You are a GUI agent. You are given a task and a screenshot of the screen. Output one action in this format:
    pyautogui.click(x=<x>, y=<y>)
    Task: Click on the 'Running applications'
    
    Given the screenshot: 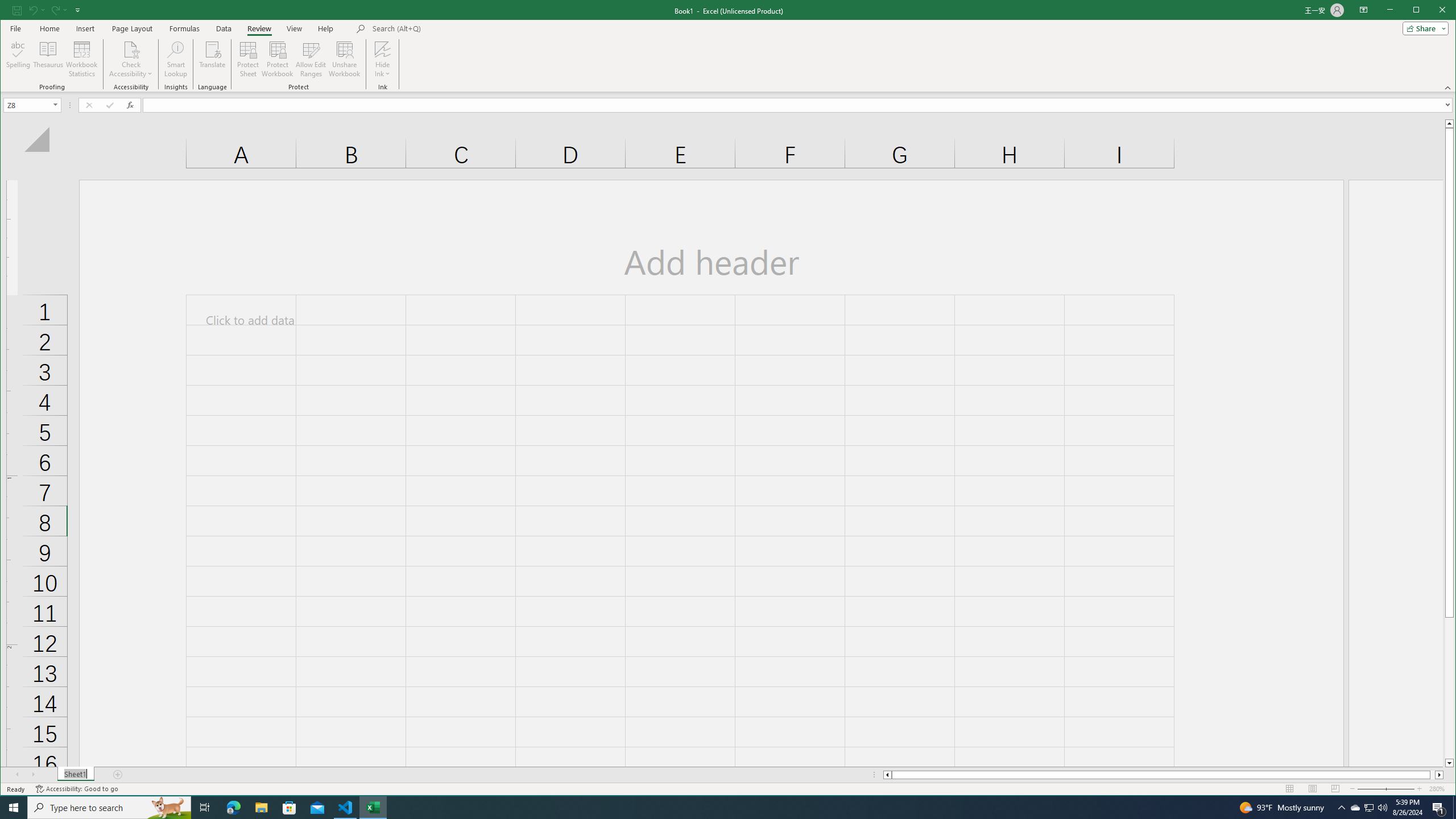 What is the action you would take?
    pyautogui.click(x=717, y=806)
    